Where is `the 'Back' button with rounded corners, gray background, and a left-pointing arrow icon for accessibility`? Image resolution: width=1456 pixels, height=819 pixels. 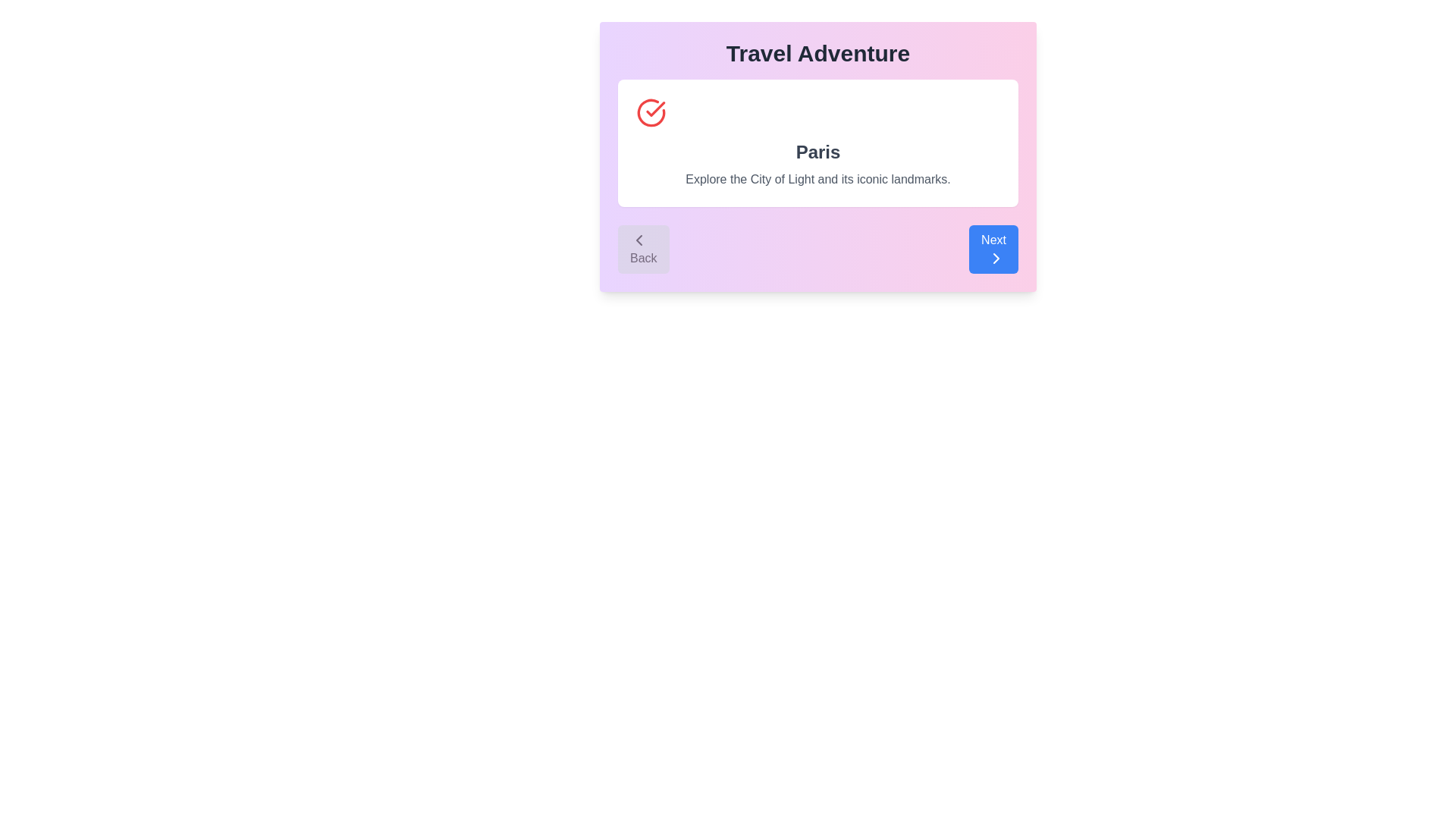
the 'Back' button with rounded corners, gray background, and a left-pointing arrow icon for accessibility is located at coordinates (643, 248).